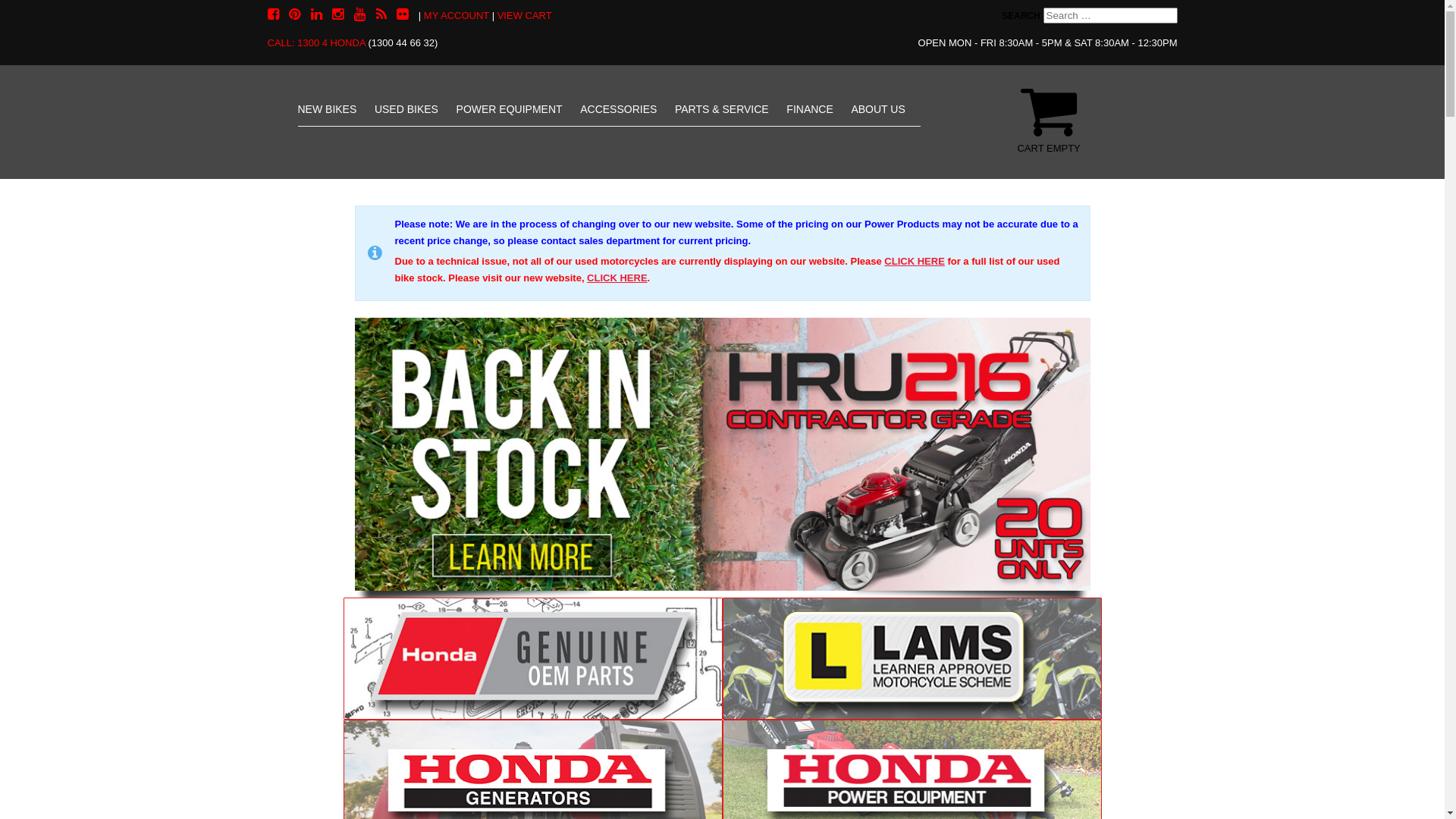  I want to click on 'PARTS & SERVICE', so click(720, 108).